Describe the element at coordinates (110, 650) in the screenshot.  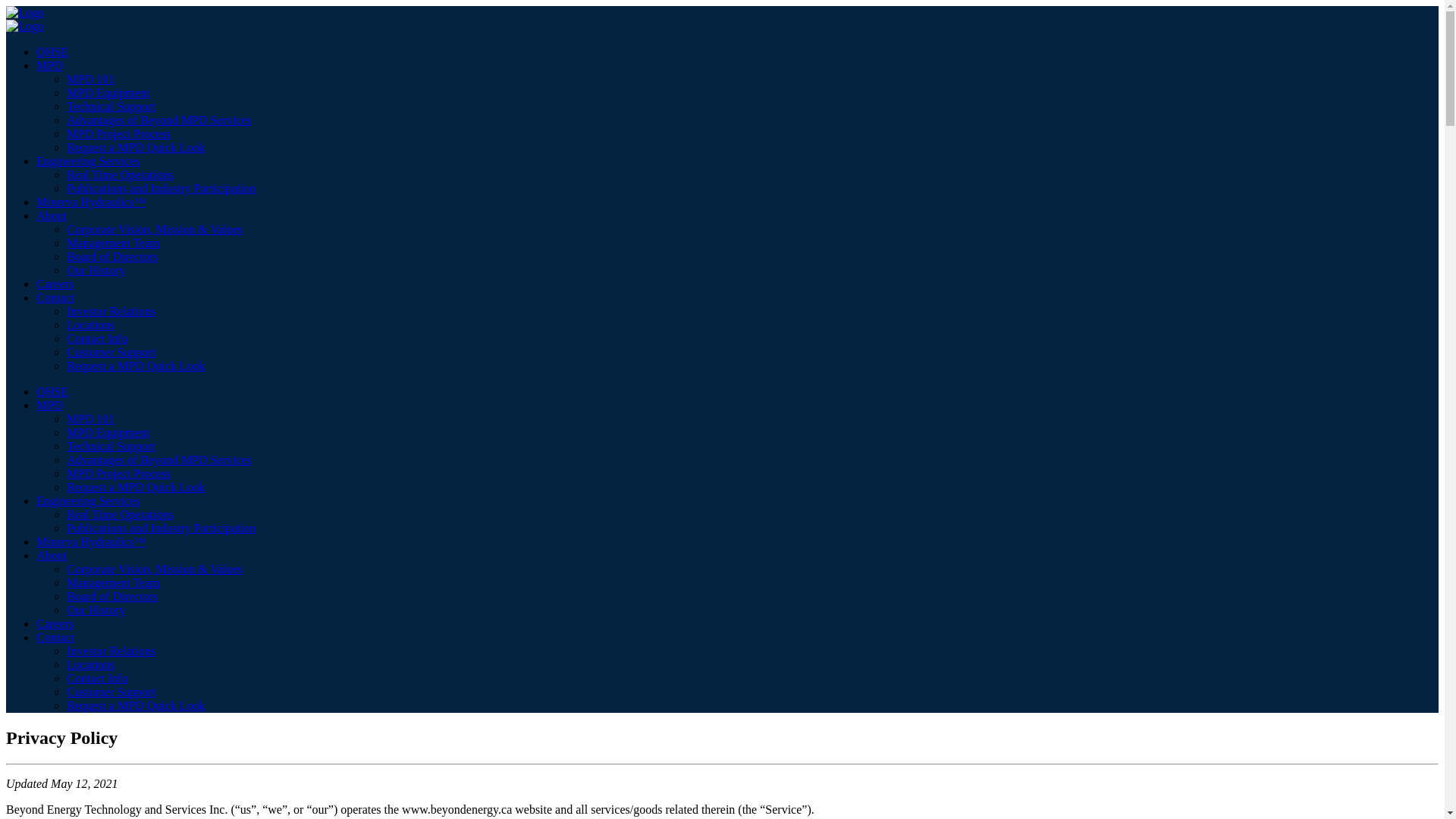
I see `'Investor Relations'` at that location.